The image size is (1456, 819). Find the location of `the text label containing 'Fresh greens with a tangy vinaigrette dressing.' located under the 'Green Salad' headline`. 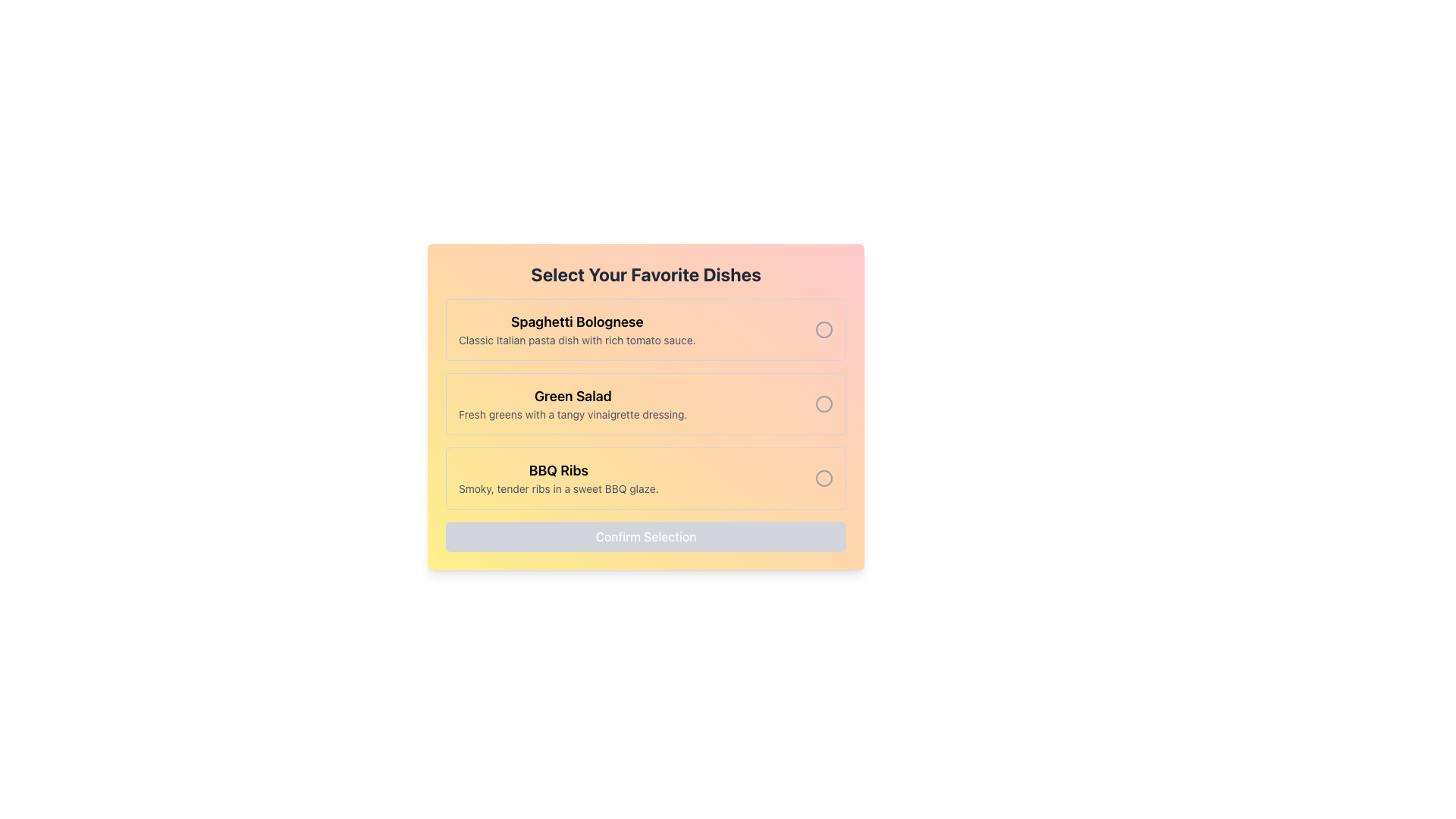

the text label containing 'Fresh greens with a tangy vinaigrette dressing.' located under the 'Green Salad' headline is located at coordinates (572, 415).